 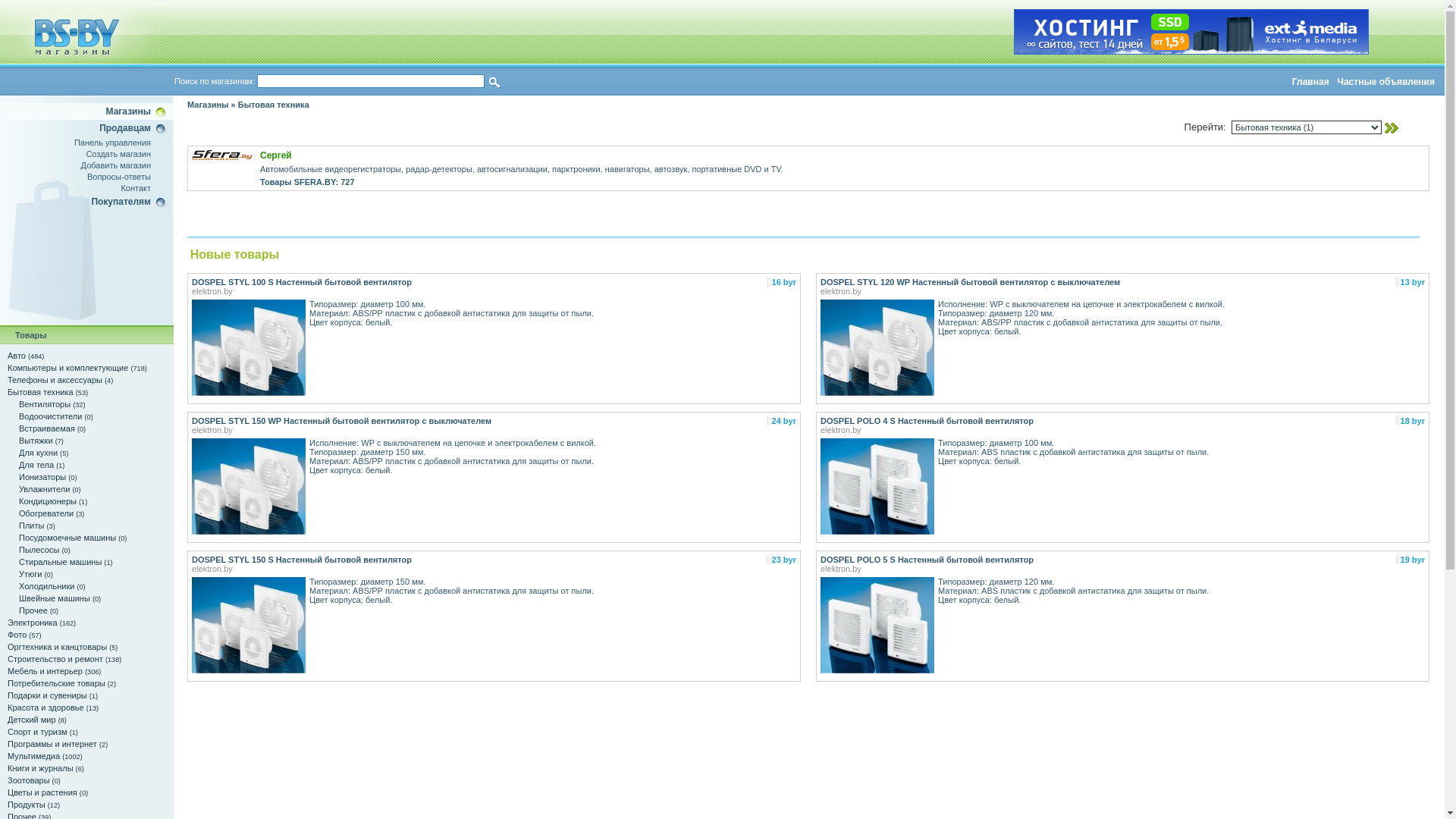 I want to click on 'sfera.by', so click(x=221, y=155).